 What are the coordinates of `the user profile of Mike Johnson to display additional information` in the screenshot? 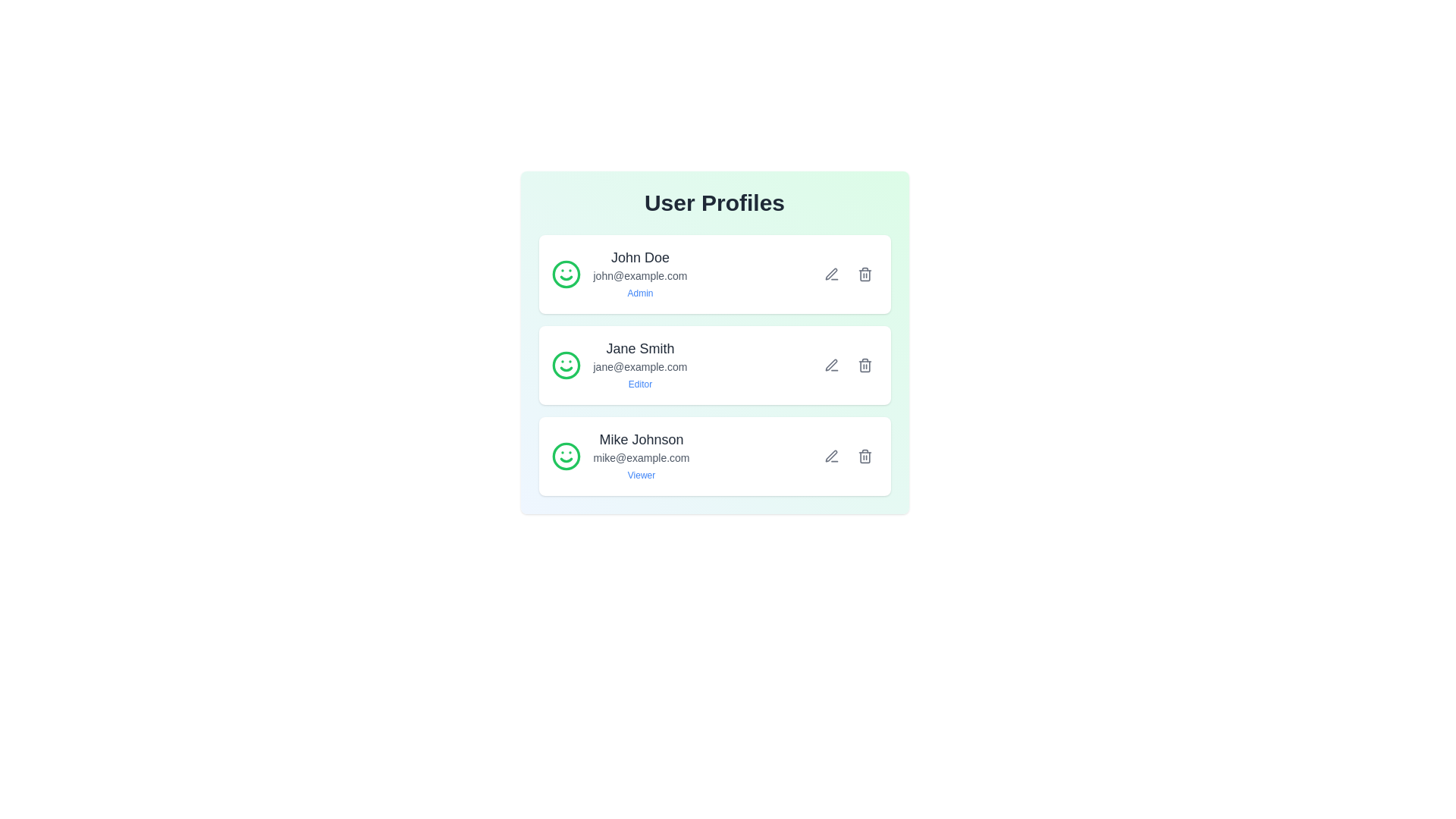 It's located at (620, 455).